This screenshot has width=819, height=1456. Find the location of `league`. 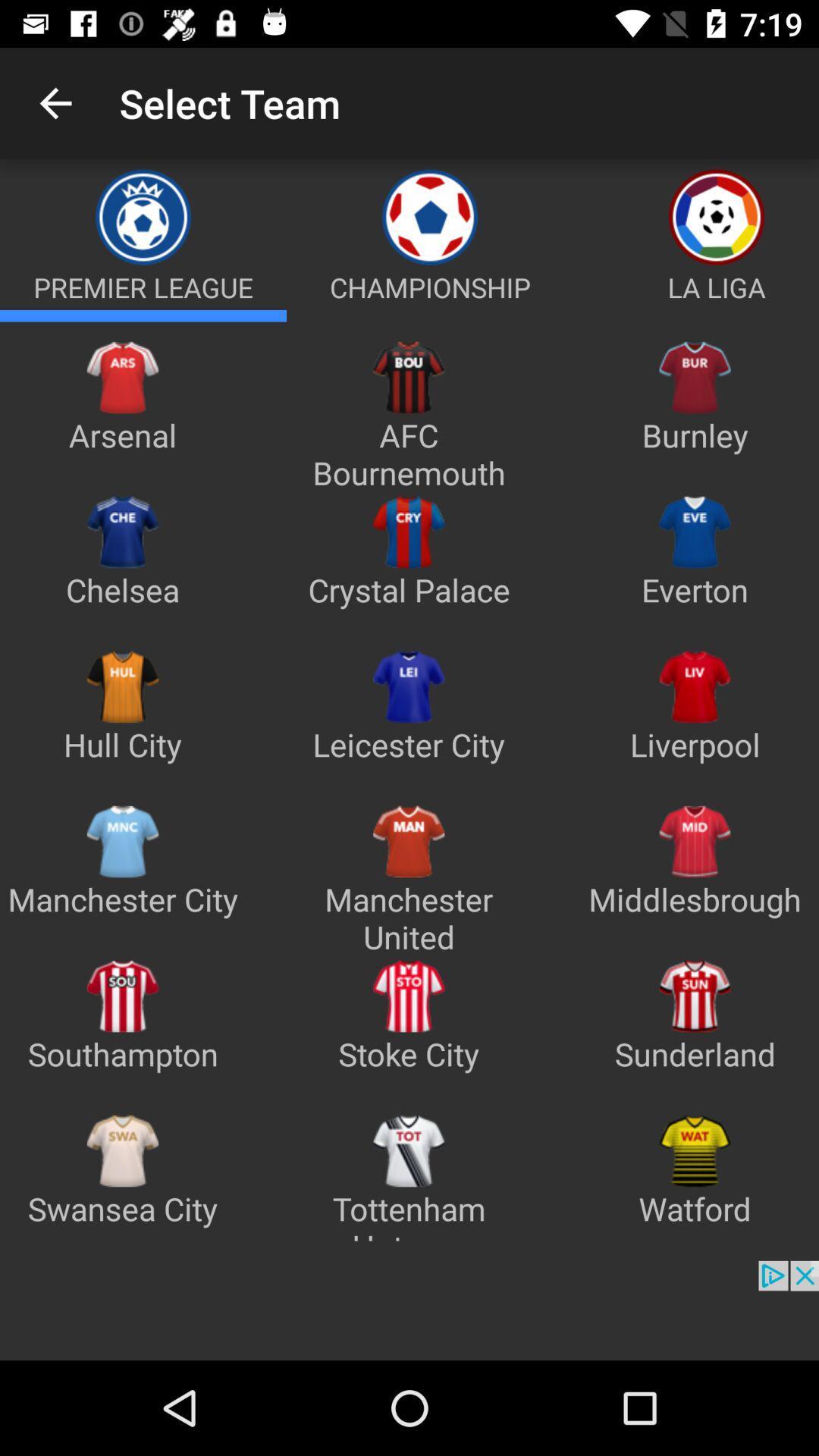

league is located at coordinates (143, 315).